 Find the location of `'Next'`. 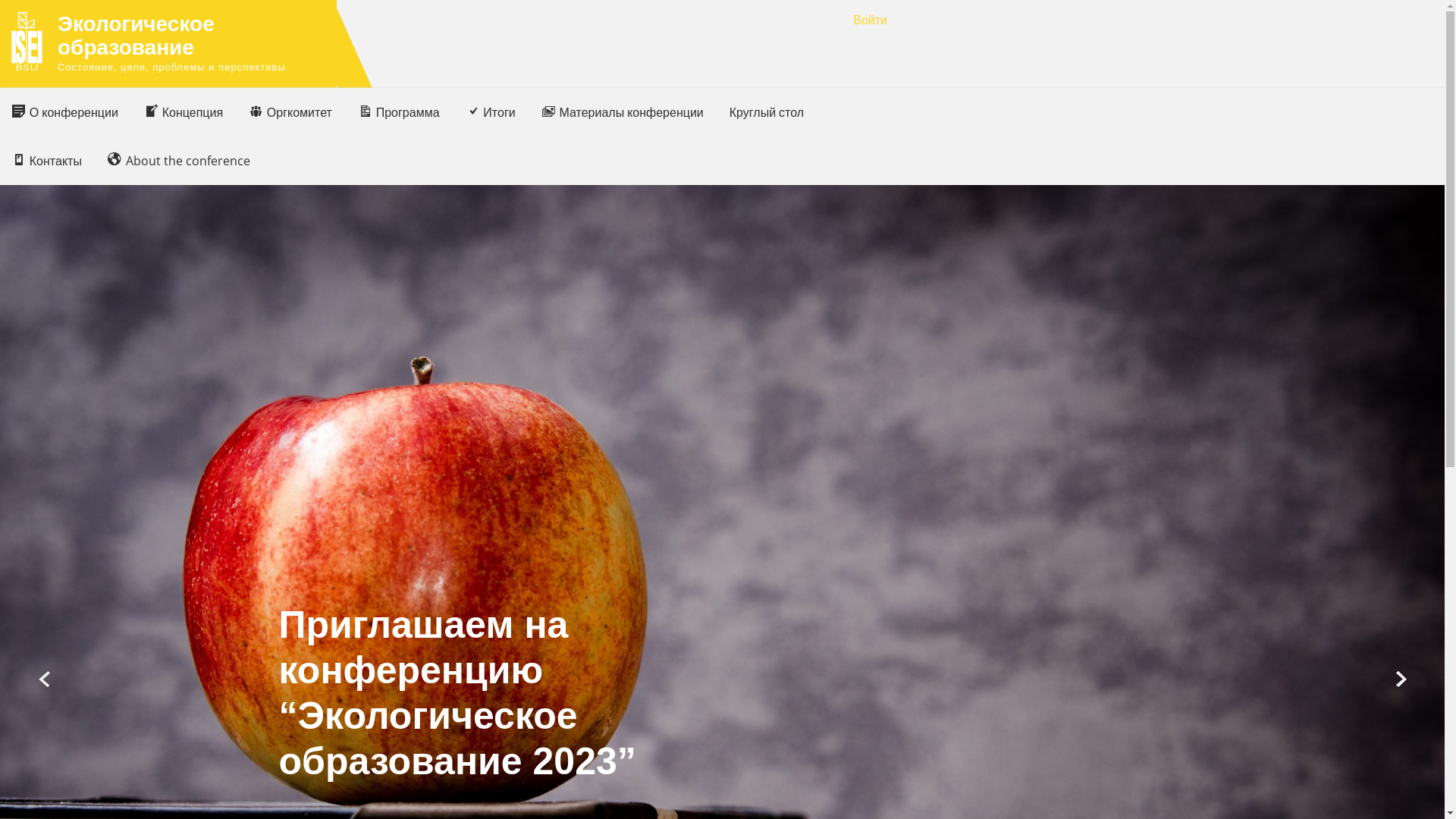

'Next' is located at coordinates (1398, 679).